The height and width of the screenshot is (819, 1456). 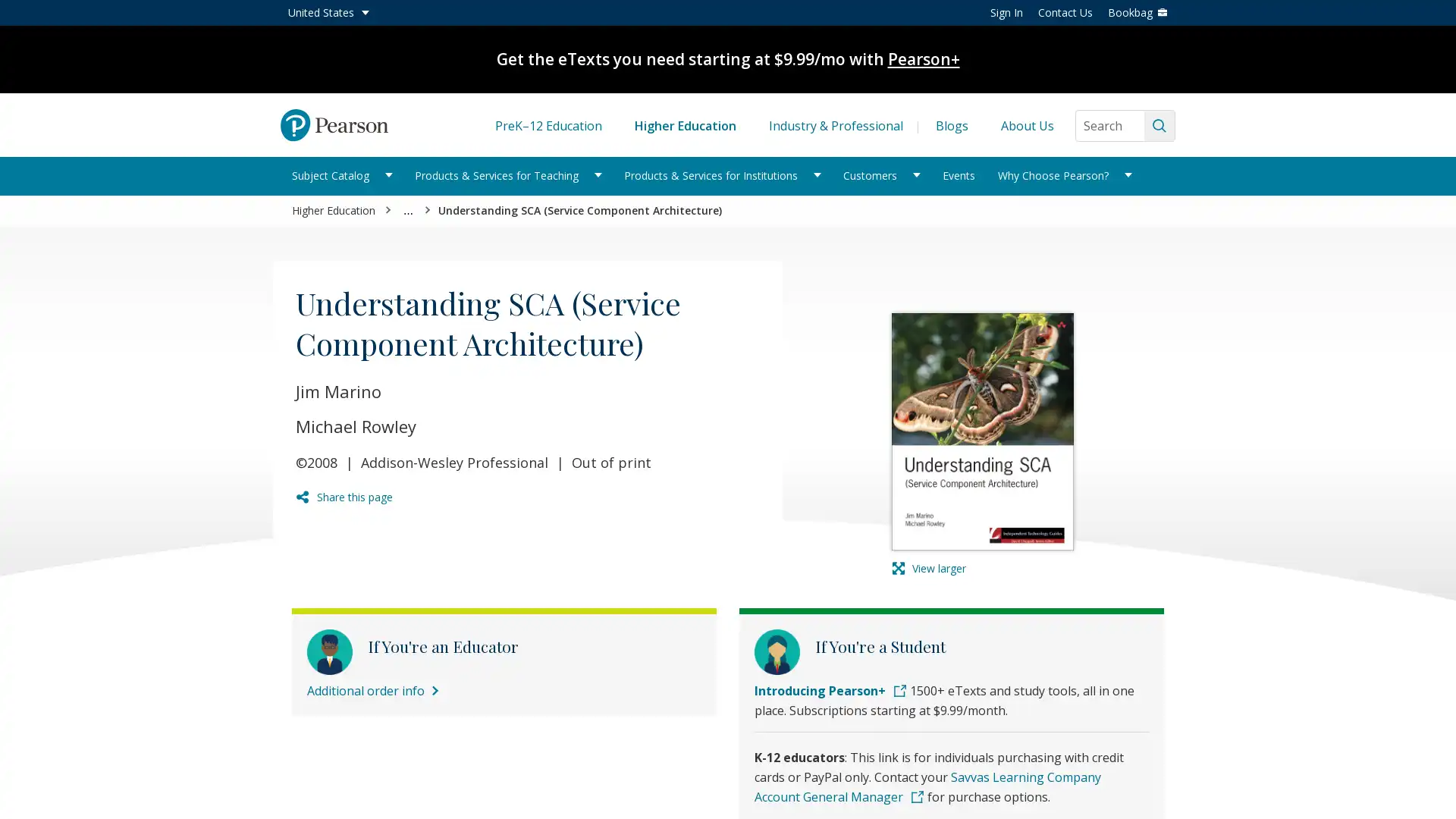 I want to click on ..., so click(x=408, y=211).